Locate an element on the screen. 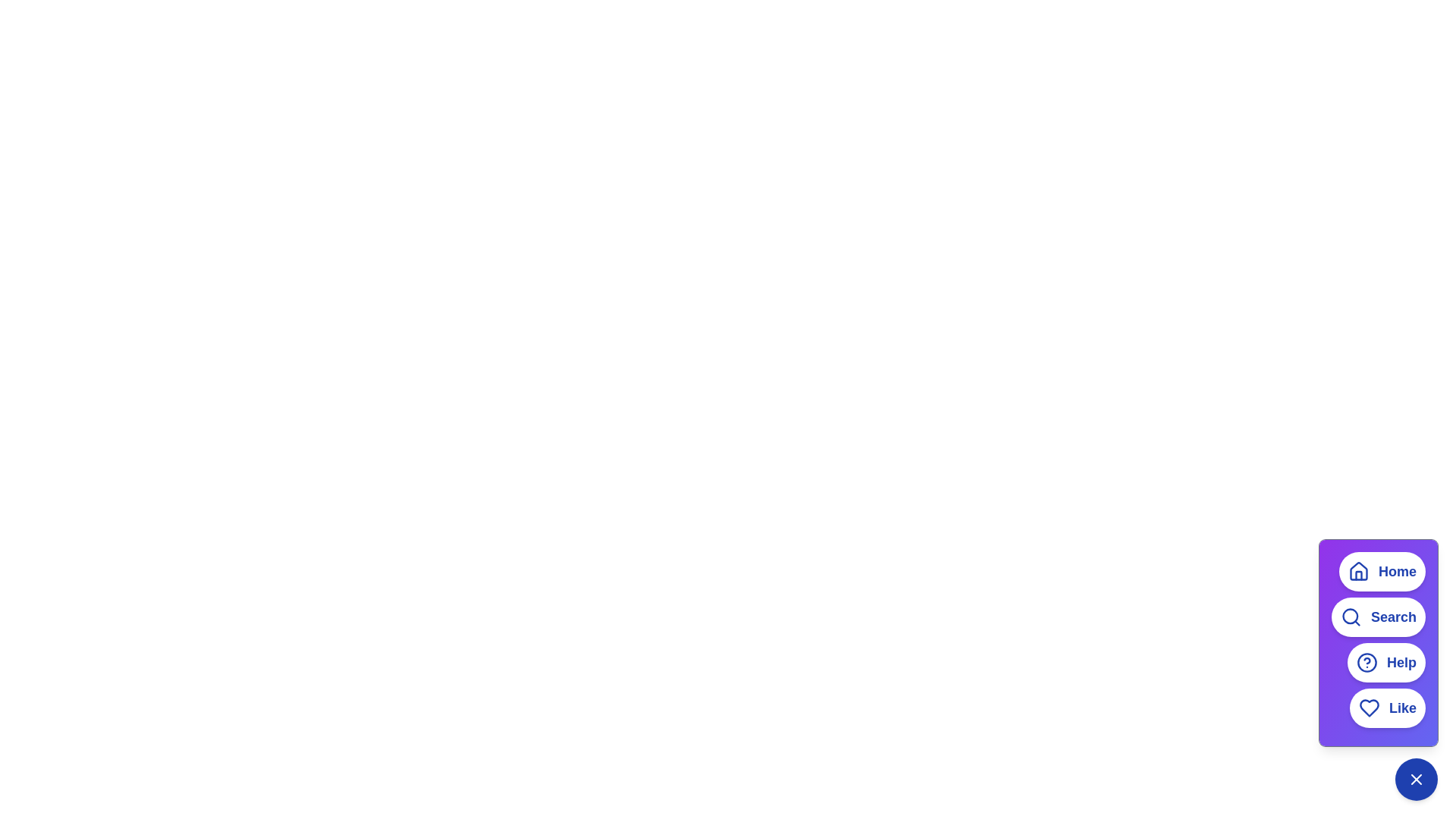 This screenshot has width=1456, height=819. 'Close menu' button to collapse the menu is located at coordinates (1415, 780).